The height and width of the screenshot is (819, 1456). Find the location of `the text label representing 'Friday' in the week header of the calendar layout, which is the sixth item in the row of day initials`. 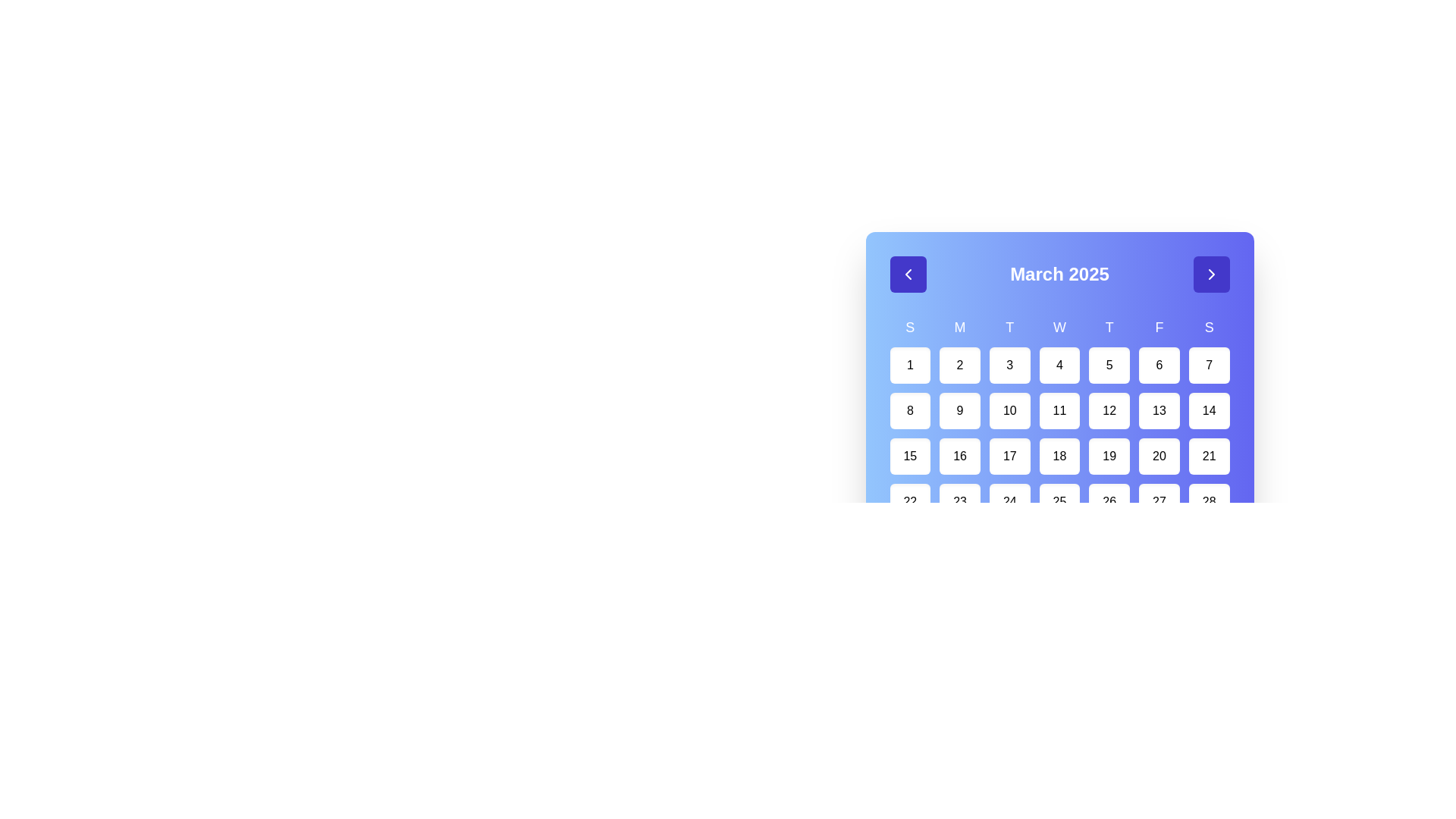

the text label representing 'Friday' in the week header of the calendar layout, which is the sixth item in the row of day initials is located at coordinates (1158, 327).